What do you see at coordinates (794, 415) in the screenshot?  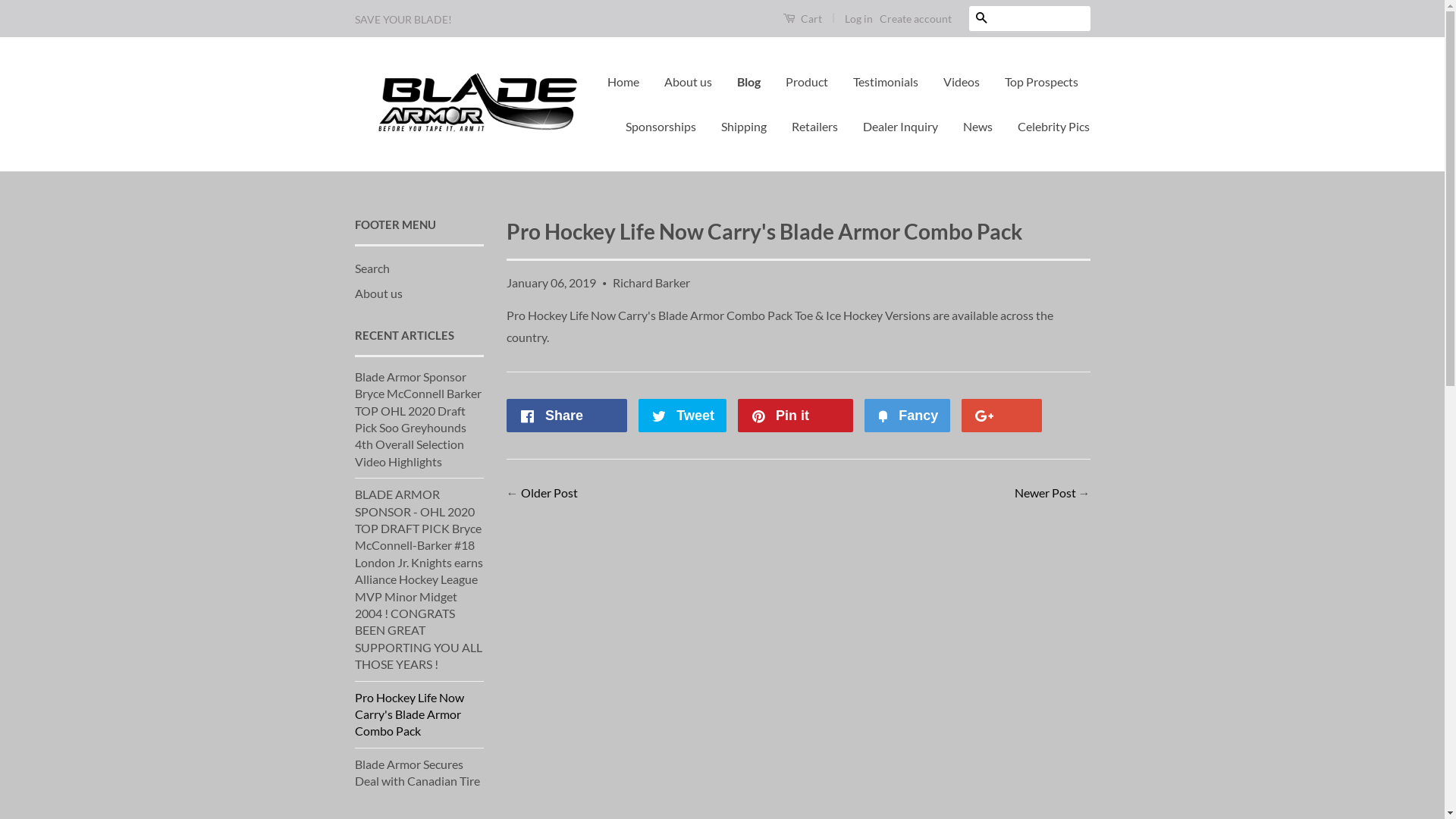 I see `'Pin it` at bounding box center [794, 415].